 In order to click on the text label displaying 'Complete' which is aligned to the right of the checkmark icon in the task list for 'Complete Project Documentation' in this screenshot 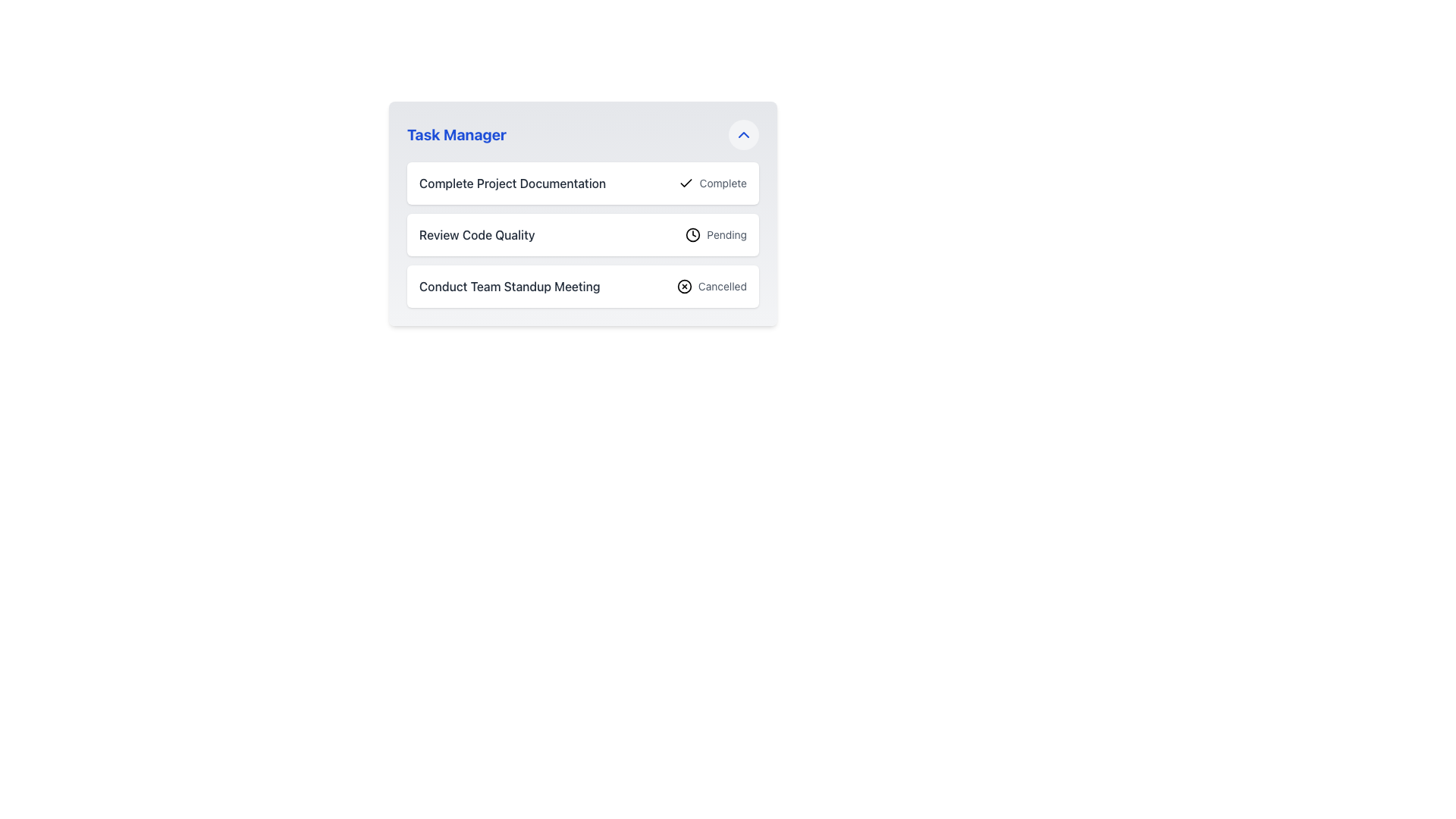, I will do `click(722, 183)`.